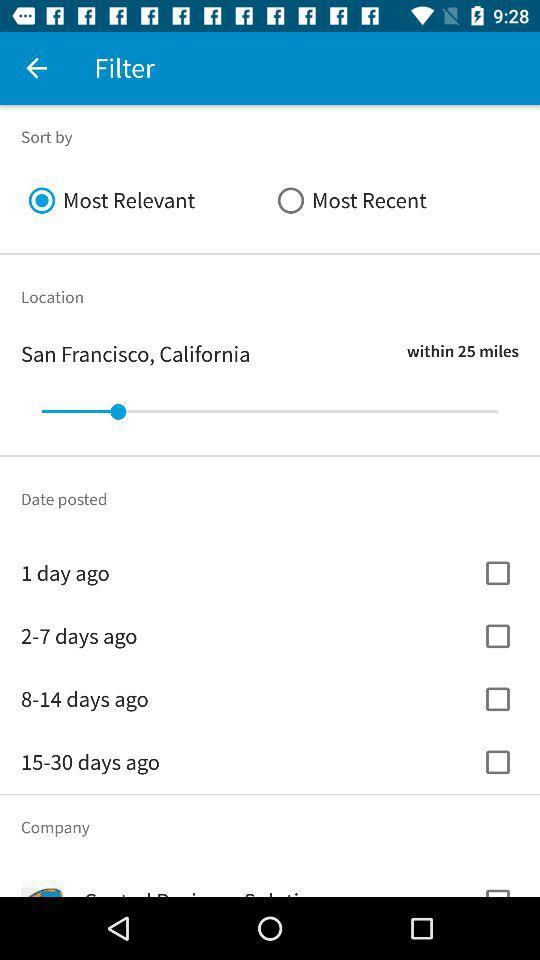 The height and width of the screenshot is (960, 540). Describe the element at coordinates (394, 200) in the screenshot. I see `icon at the top right corner` at that location.